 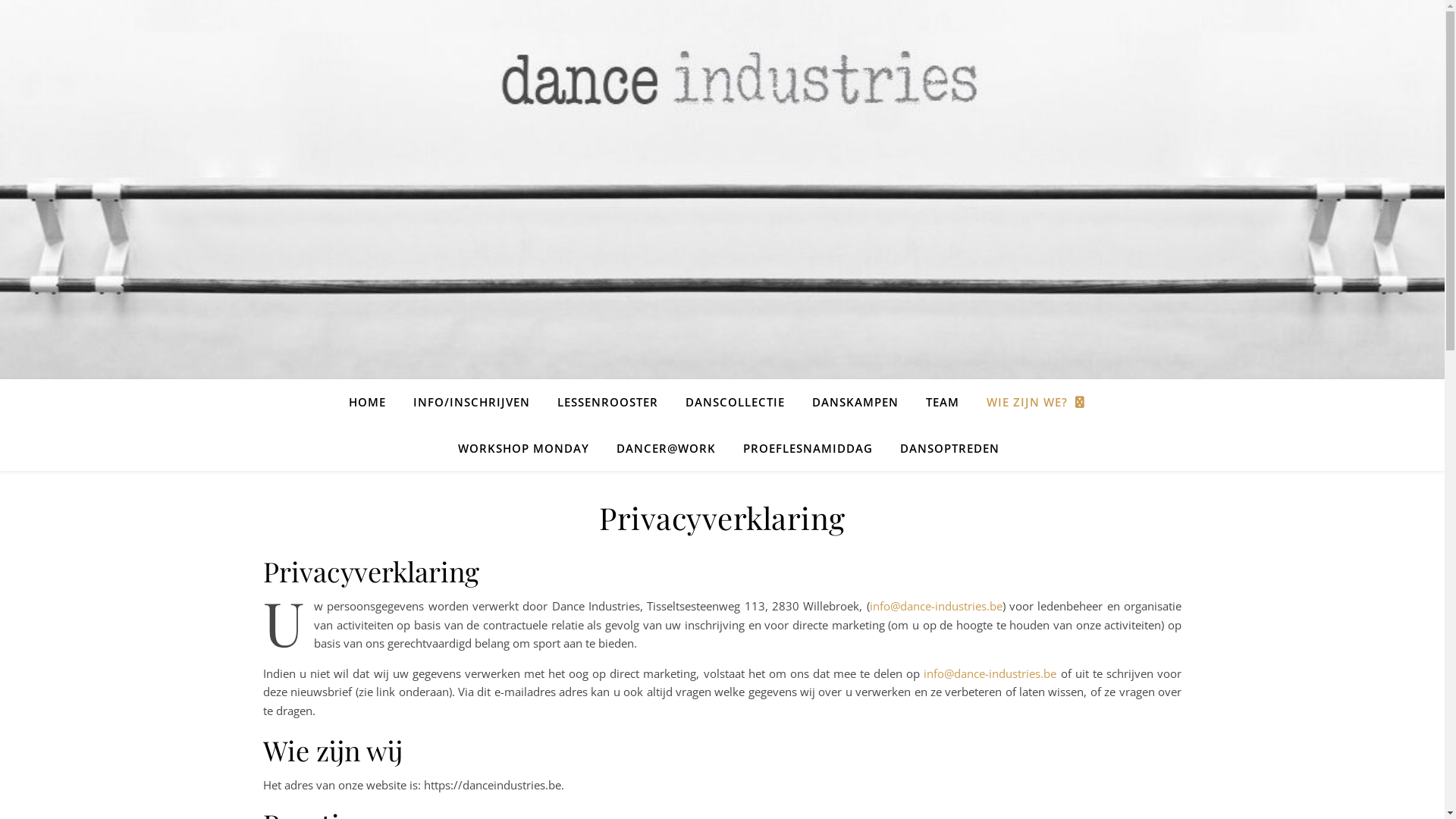 What do you see at coordinates (1034, 401) in the screenshot?
I see `'WIE ZIJN WE?'` at bounding box center [1034, 401].